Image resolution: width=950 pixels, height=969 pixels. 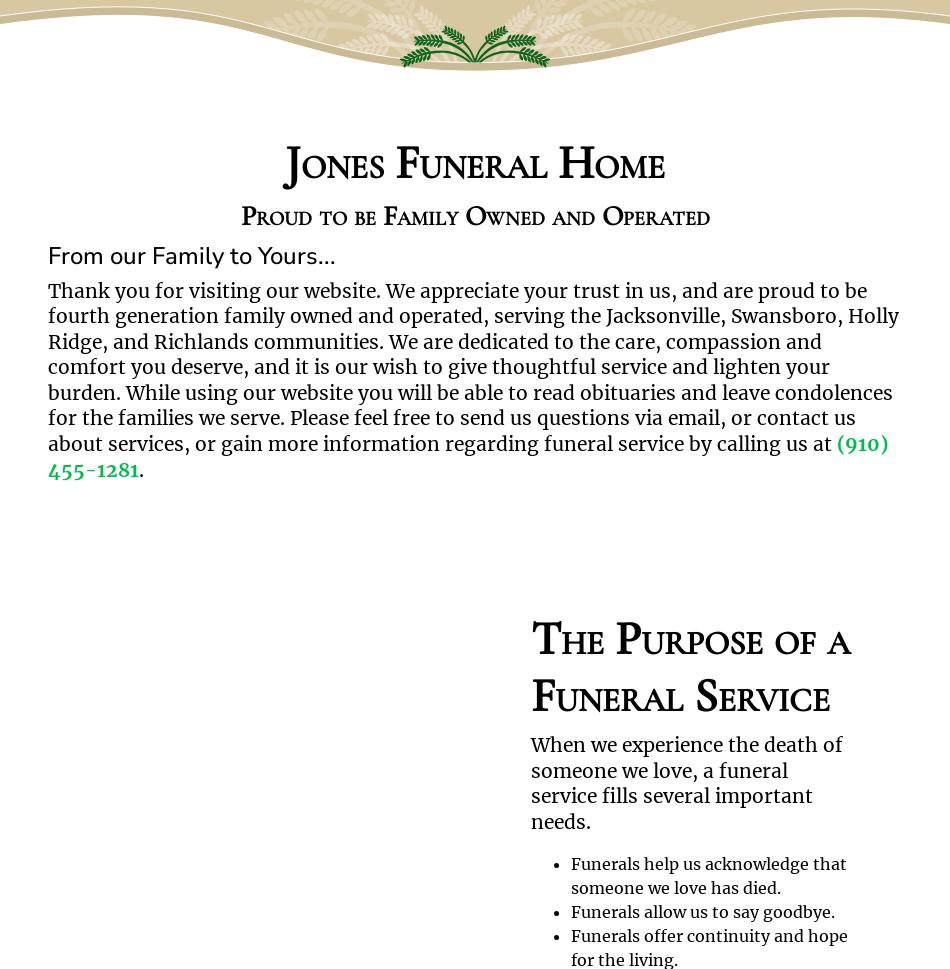 What do you see at coordinates (466, 456) in the screenshot?
I see `'(910) 455-1281'` at bounding box center [466, 456].